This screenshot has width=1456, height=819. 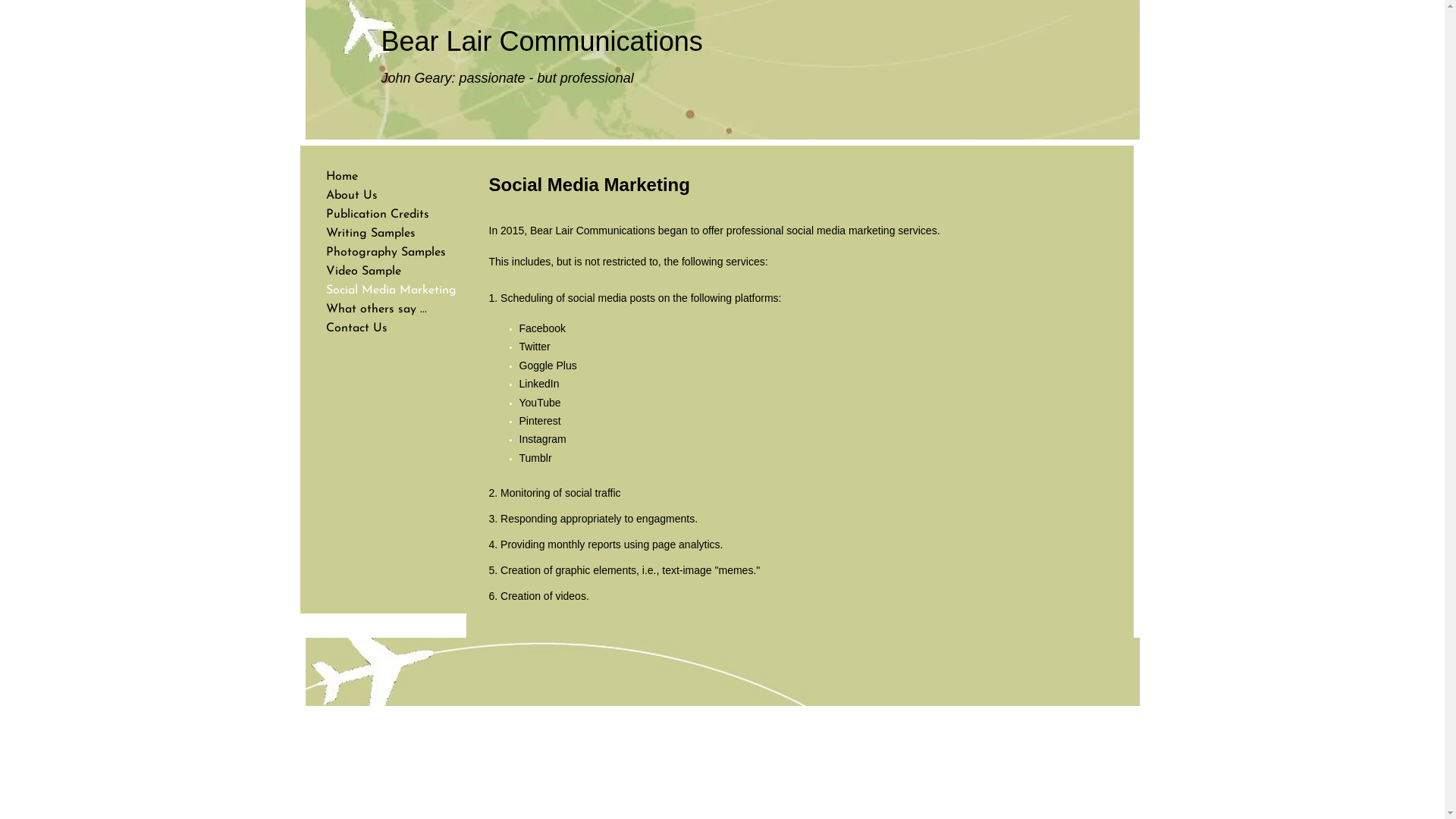 I want to click on 'What others say ...', so click(x=376, y=309).